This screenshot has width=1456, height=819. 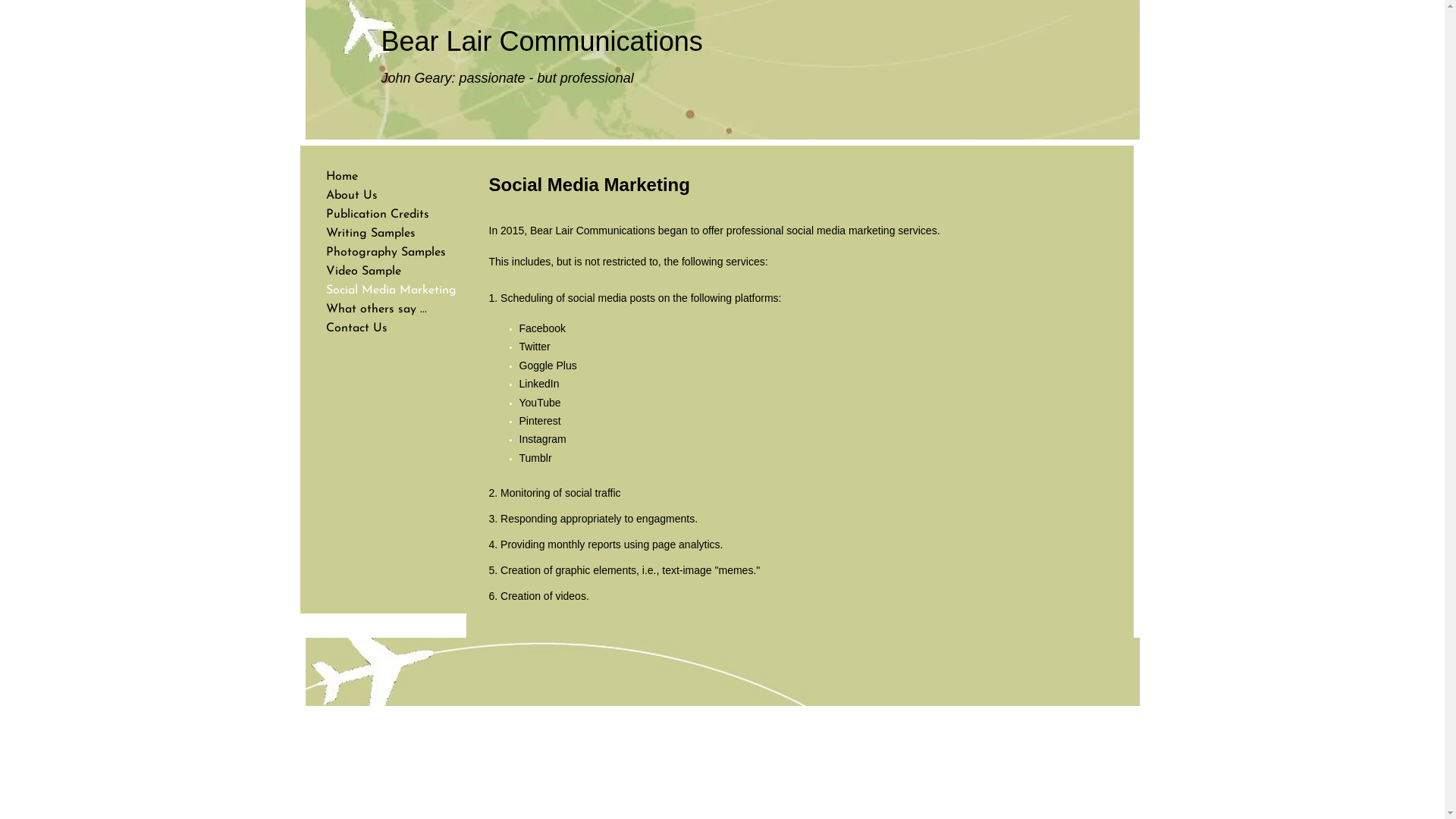 I want to click on 'What others say ...', so click(x=376, y=309).